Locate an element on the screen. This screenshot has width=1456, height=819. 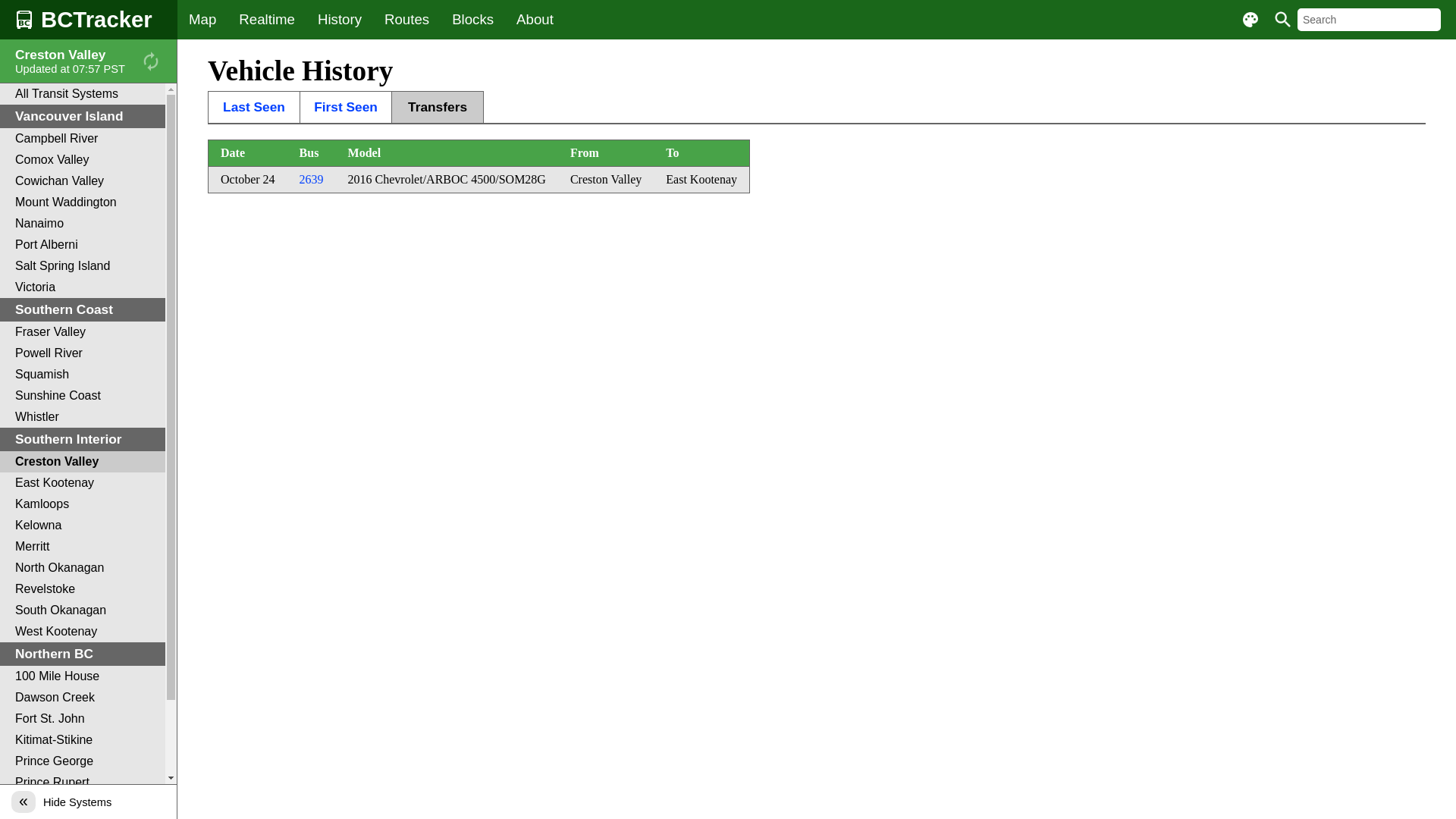
'Prince Rupert' is located at coordinates (82, 783).